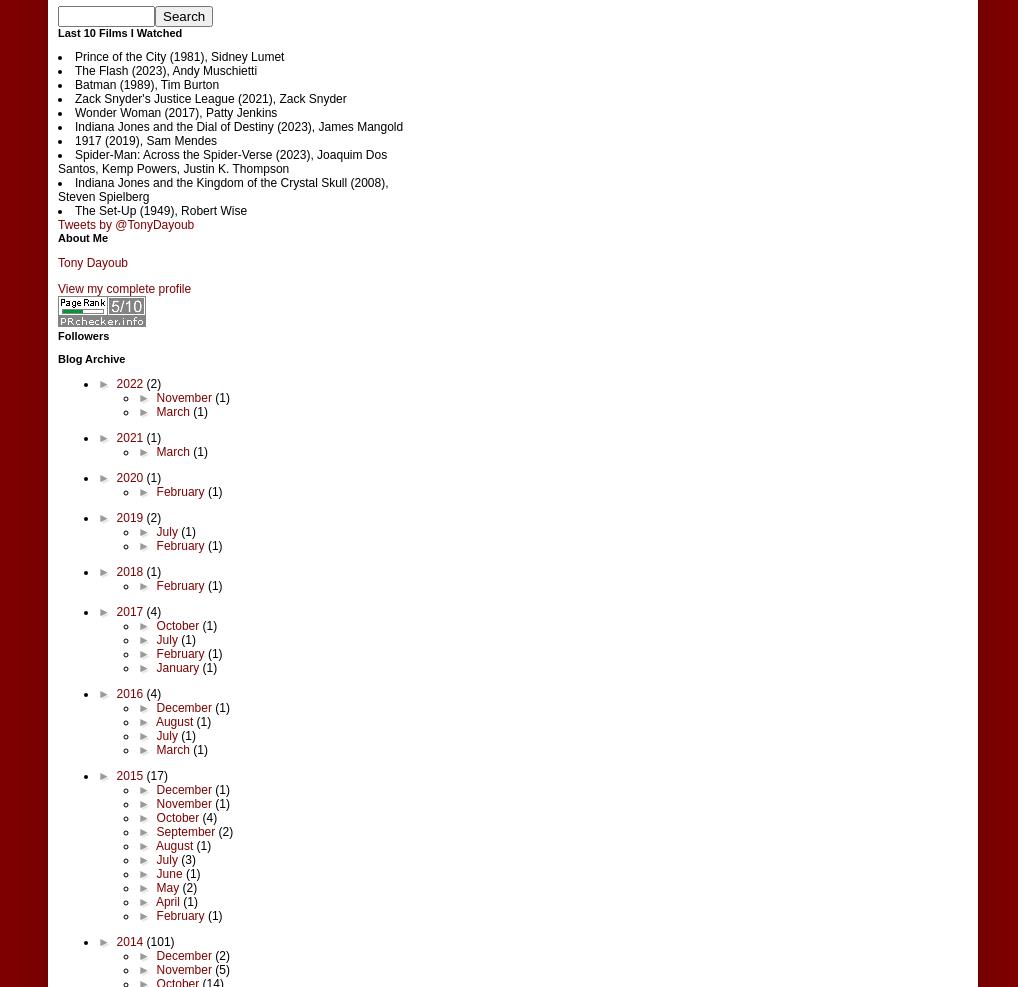  Describe the element at coordinates (130, 569) in the screenshot. I see `'2018'` at that location.